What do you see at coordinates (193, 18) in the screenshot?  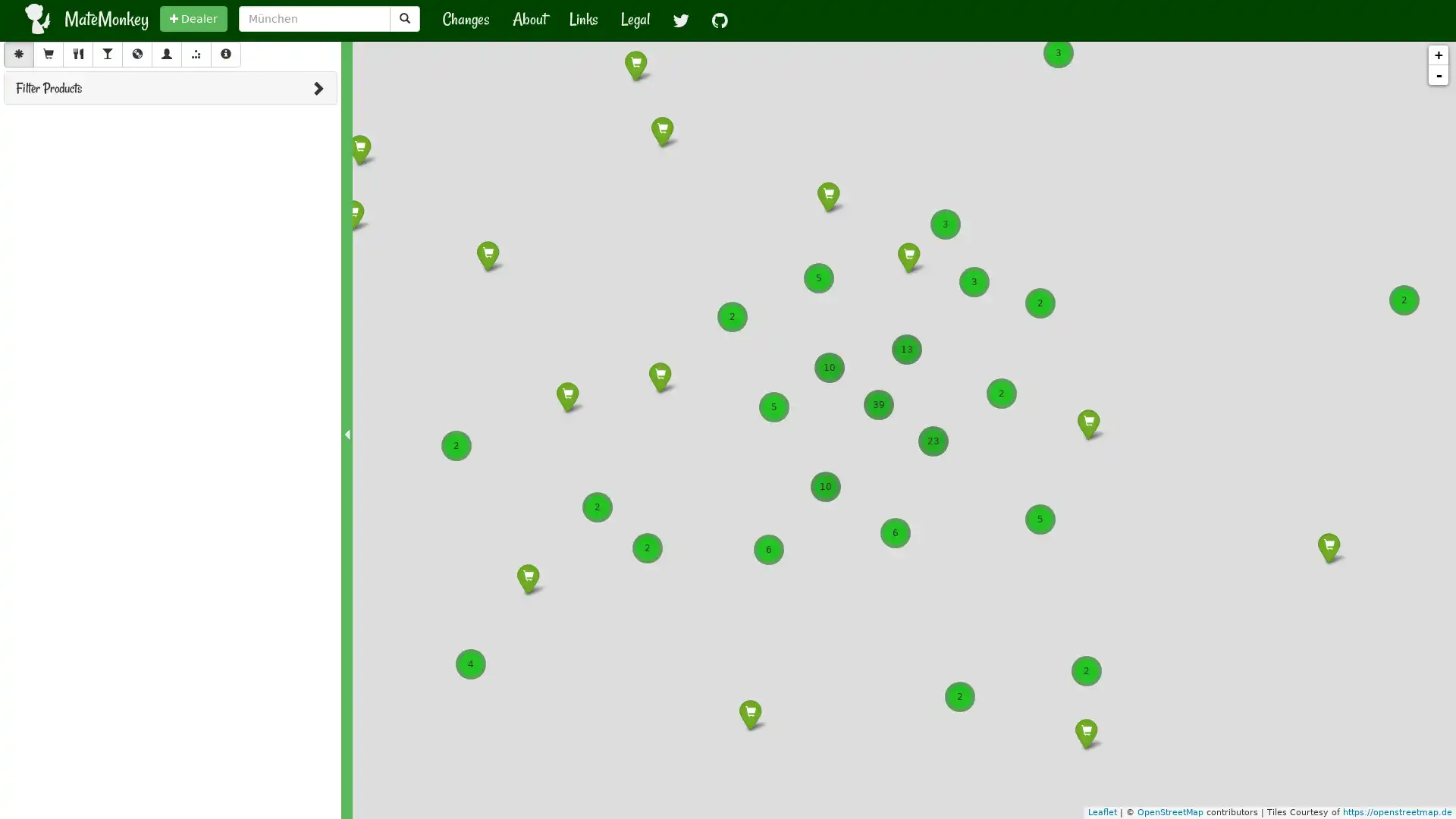 I see `Dealer` at bounding box center [193, 18].